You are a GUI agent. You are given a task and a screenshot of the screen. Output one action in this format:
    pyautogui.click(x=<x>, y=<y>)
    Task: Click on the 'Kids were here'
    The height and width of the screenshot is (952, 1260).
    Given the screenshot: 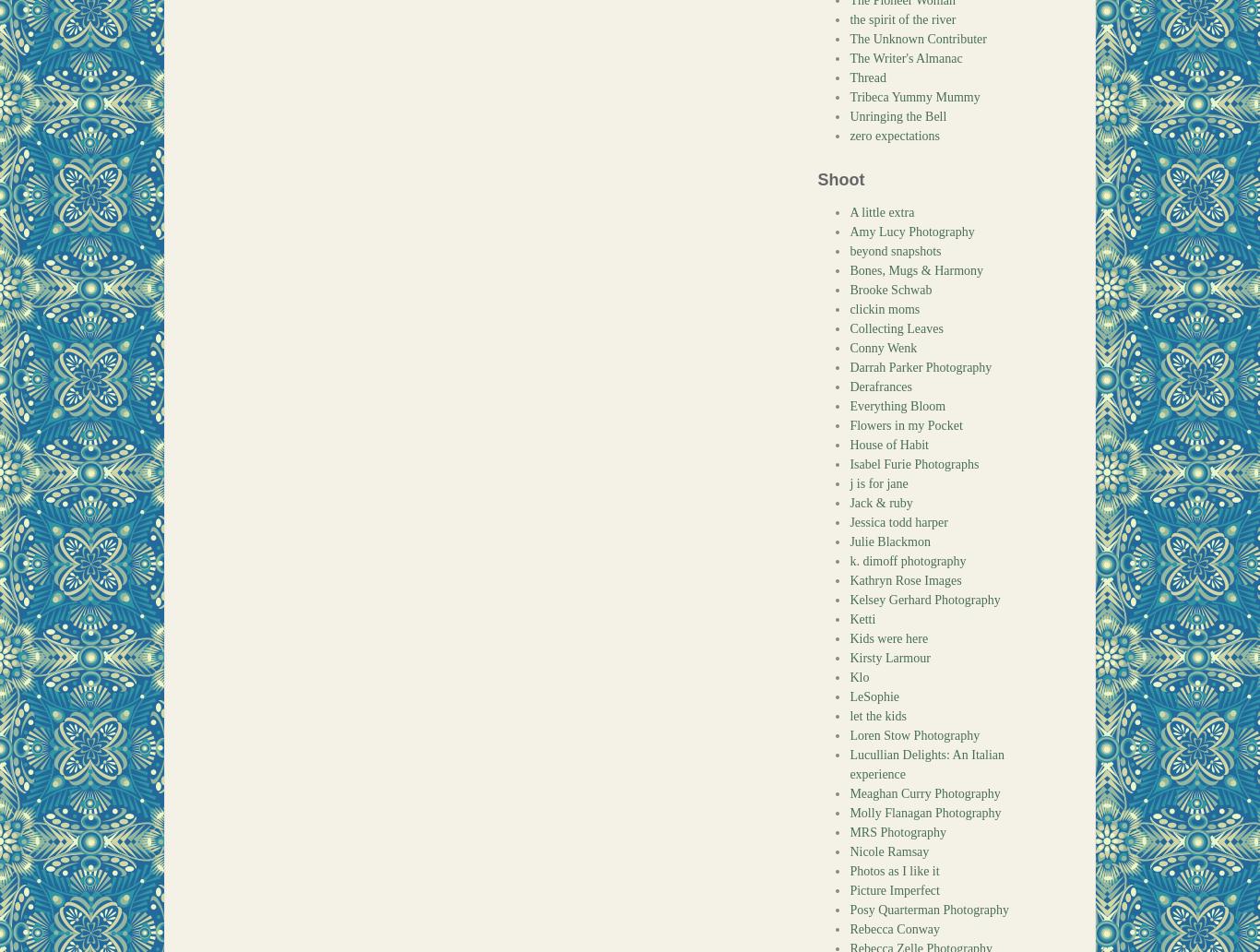 What is the action you would take?
    pyautogui.click(x=888, y=637)
    